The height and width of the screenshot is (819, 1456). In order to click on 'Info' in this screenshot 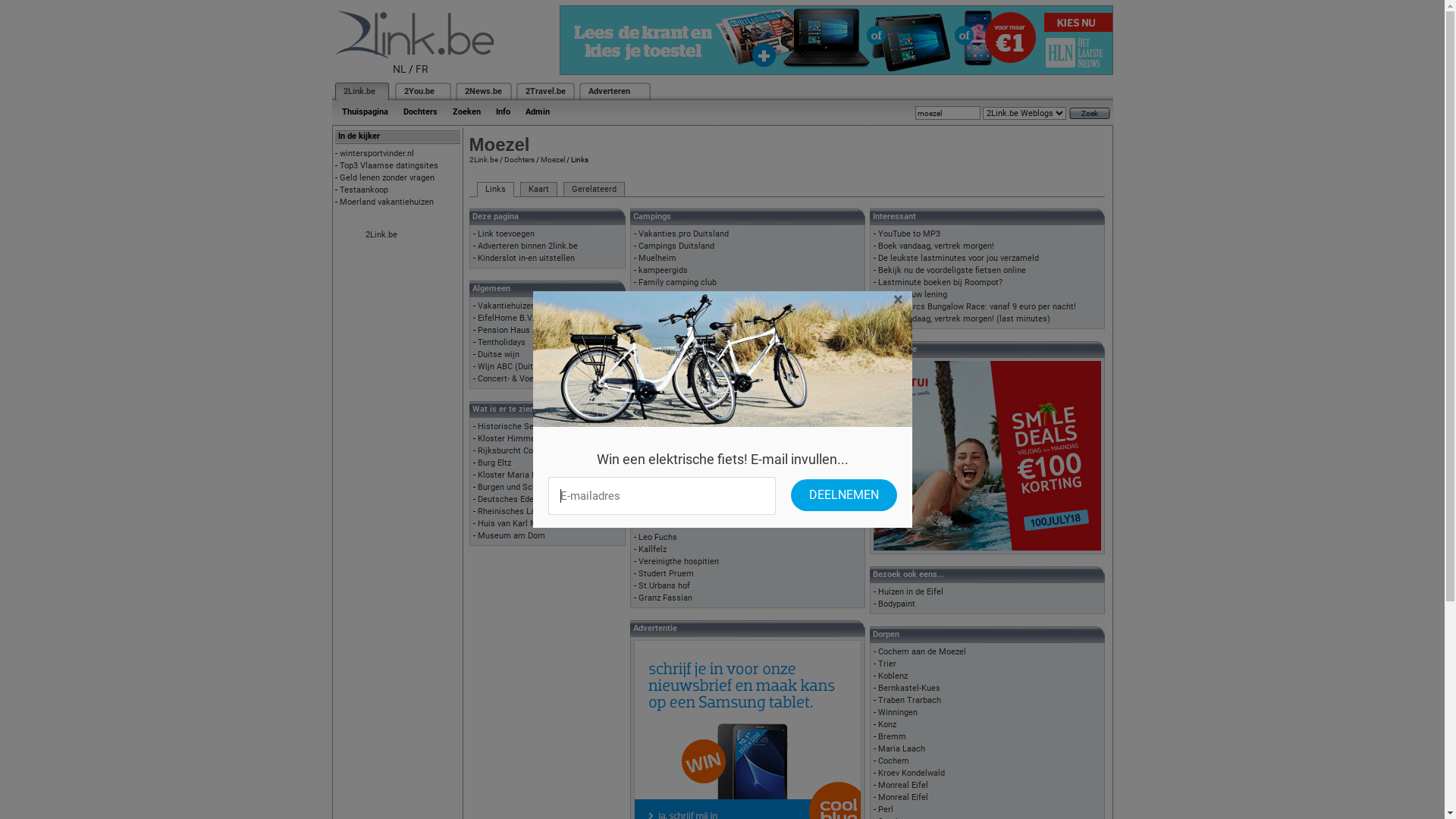, I will do `click(503, 111)`.